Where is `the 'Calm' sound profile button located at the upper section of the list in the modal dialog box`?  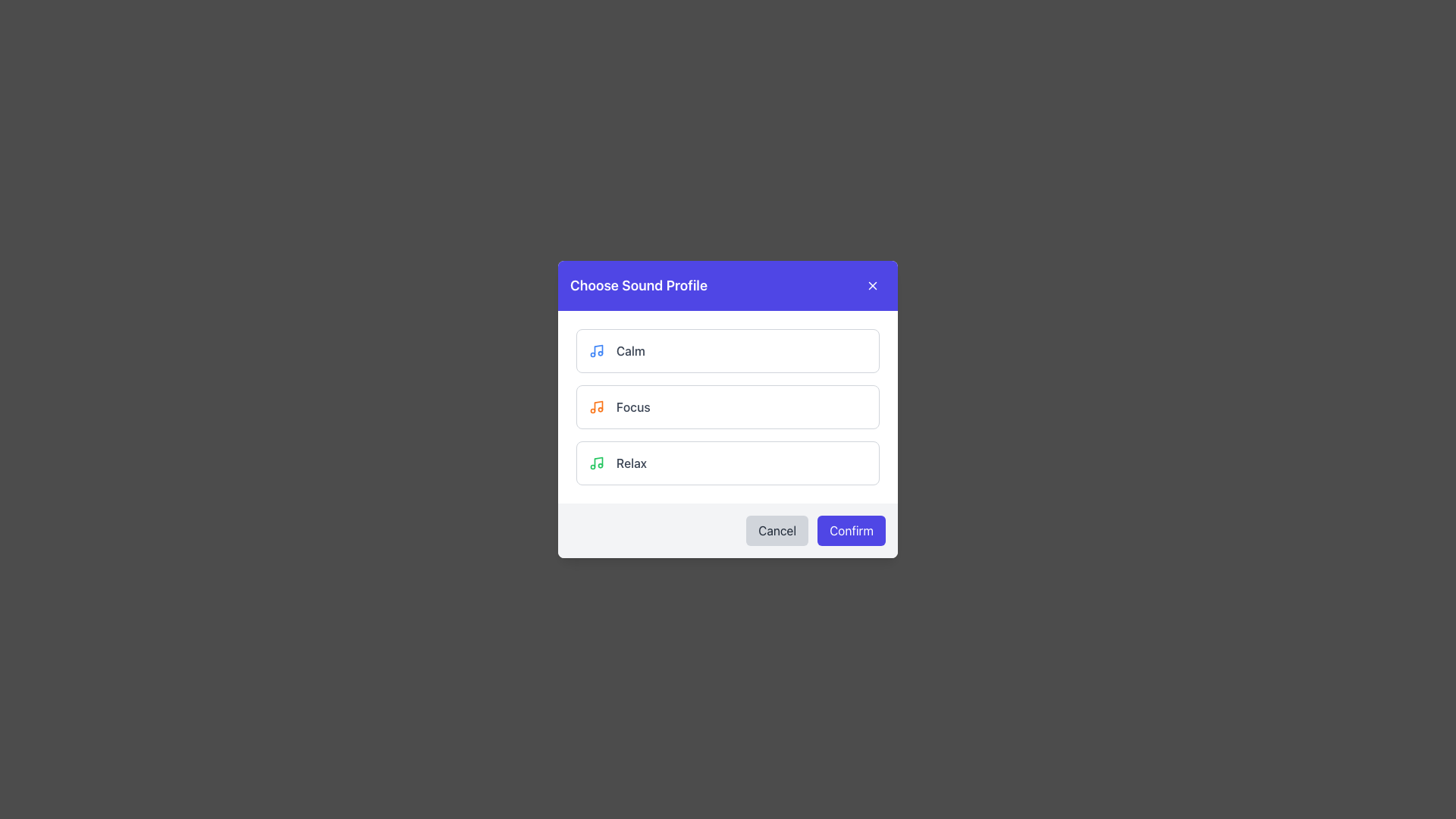
the 'Calm' sound profile button located at the upper section of the list in the modal dialog box is located at coordinates (728, 350).